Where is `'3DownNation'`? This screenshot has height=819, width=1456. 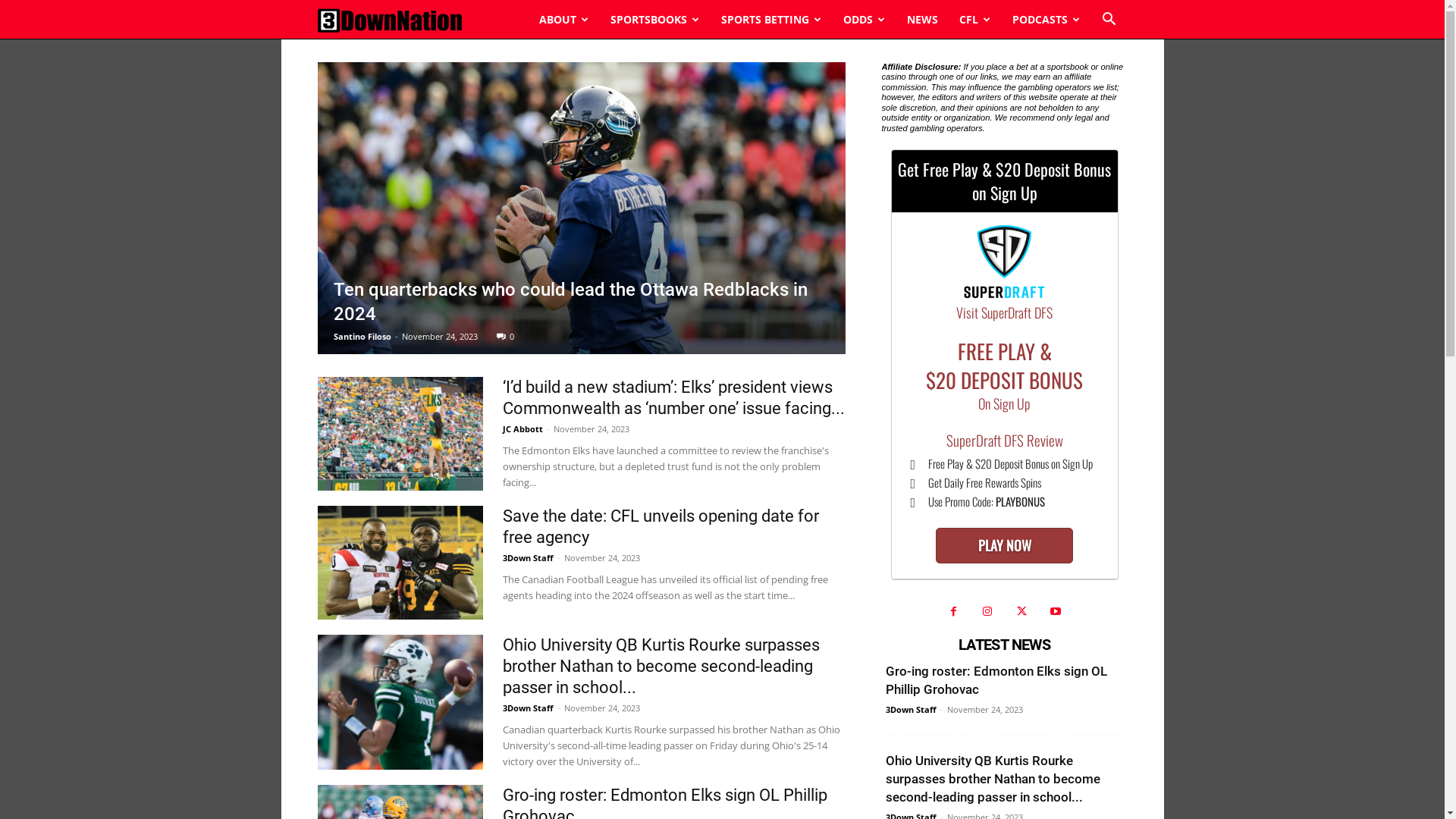 '3DownNation' is located at coordinates (389, 20).